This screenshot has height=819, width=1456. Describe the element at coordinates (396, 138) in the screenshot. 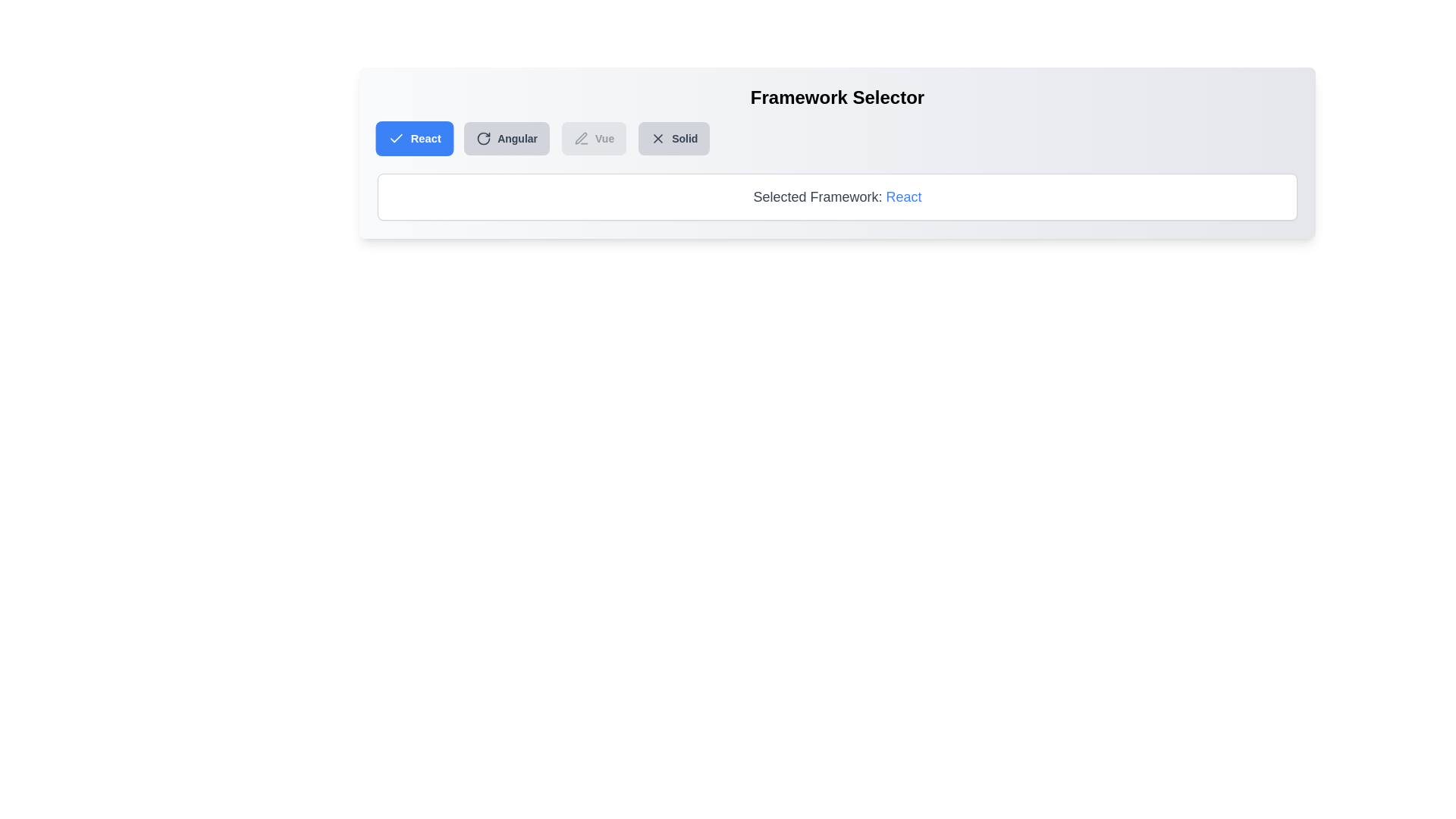

I see `the checkmark icon indicating the selection of the 'React' framework, located towards the left side of the 'React' button` at that location.